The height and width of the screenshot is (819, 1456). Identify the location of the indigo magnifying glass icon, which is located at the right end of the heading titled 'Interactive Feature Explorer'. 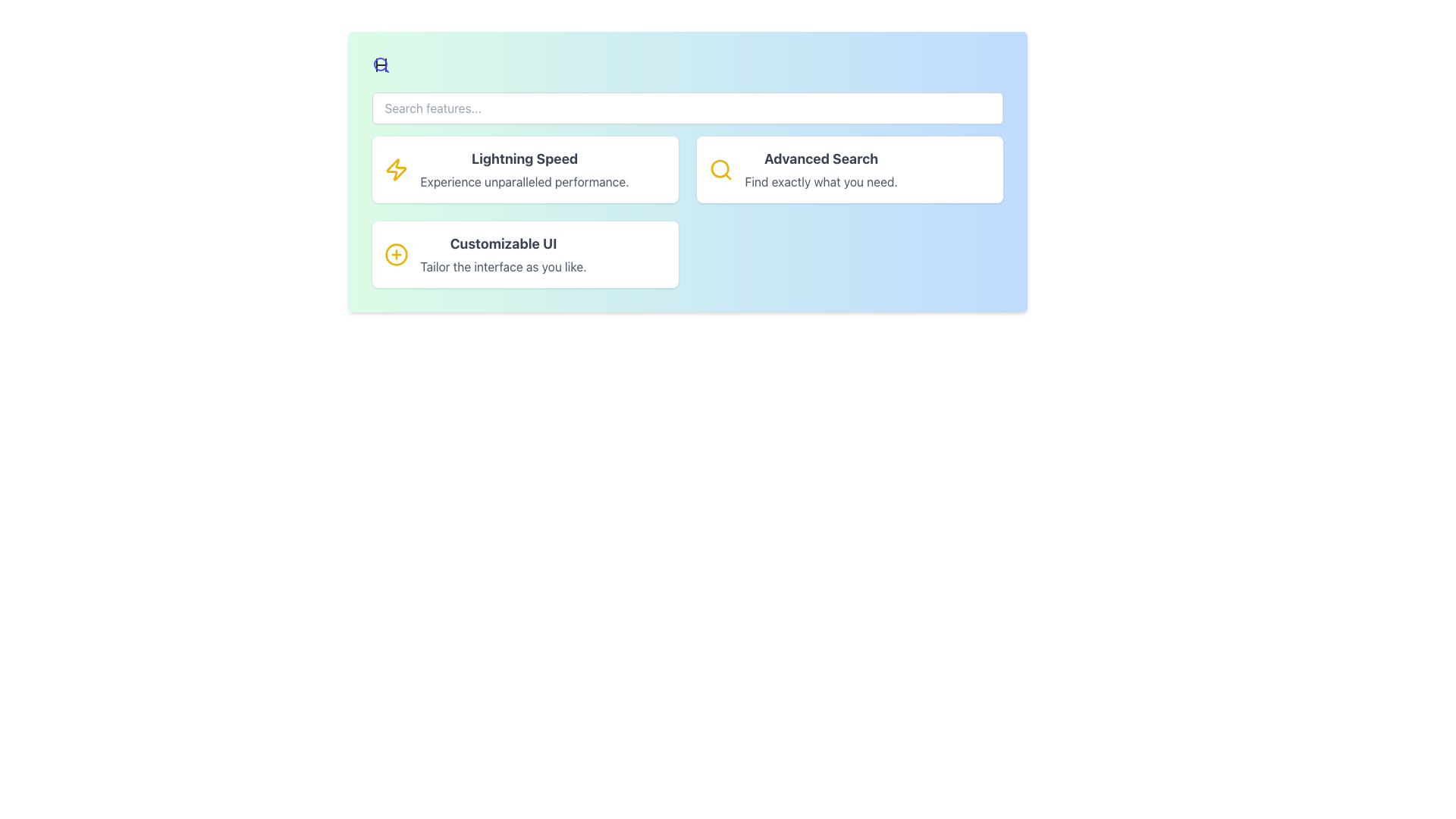
(381, 64).